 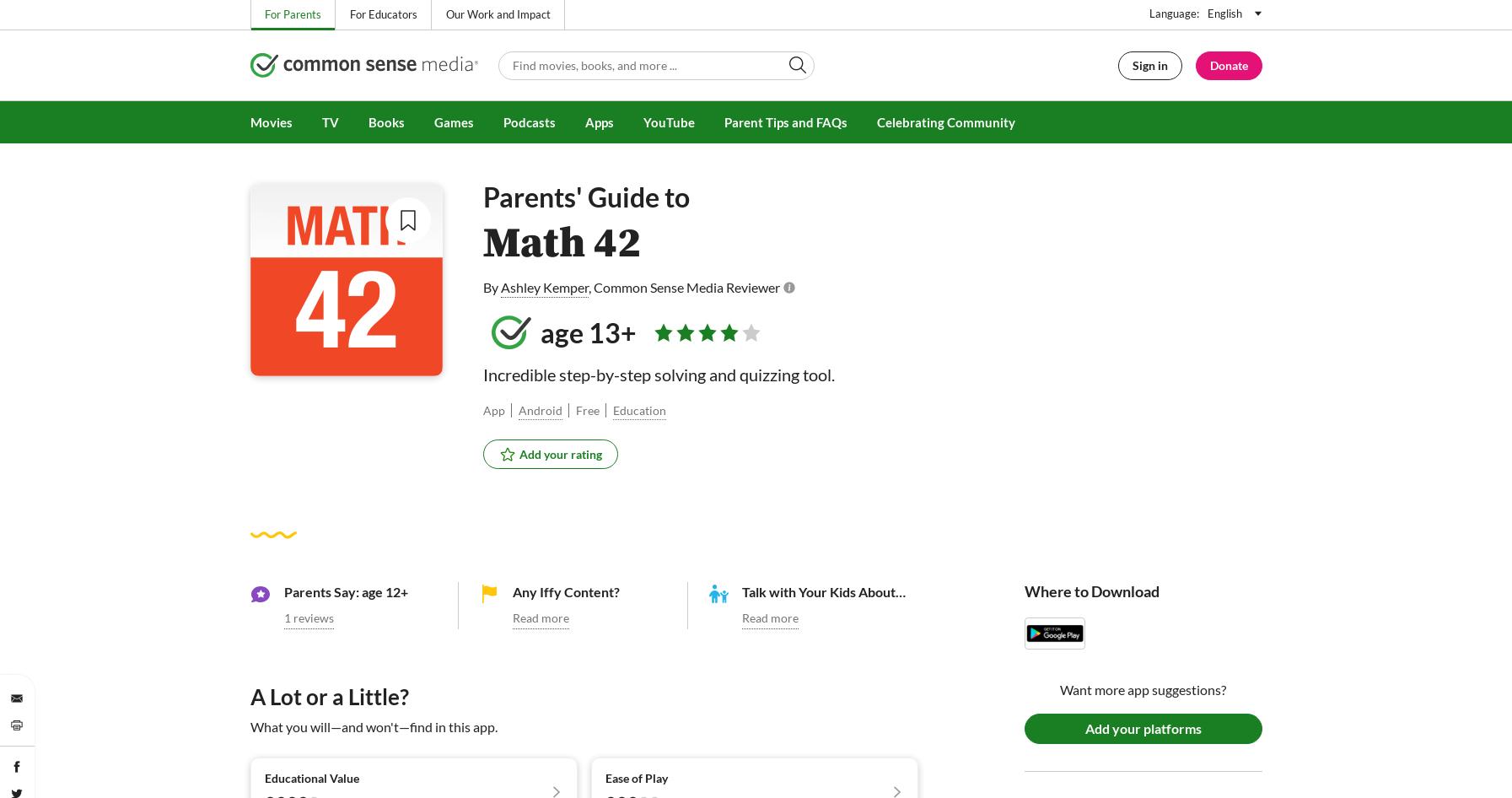 I want to click on 'Parents Say:', so click(x=320, y=590).